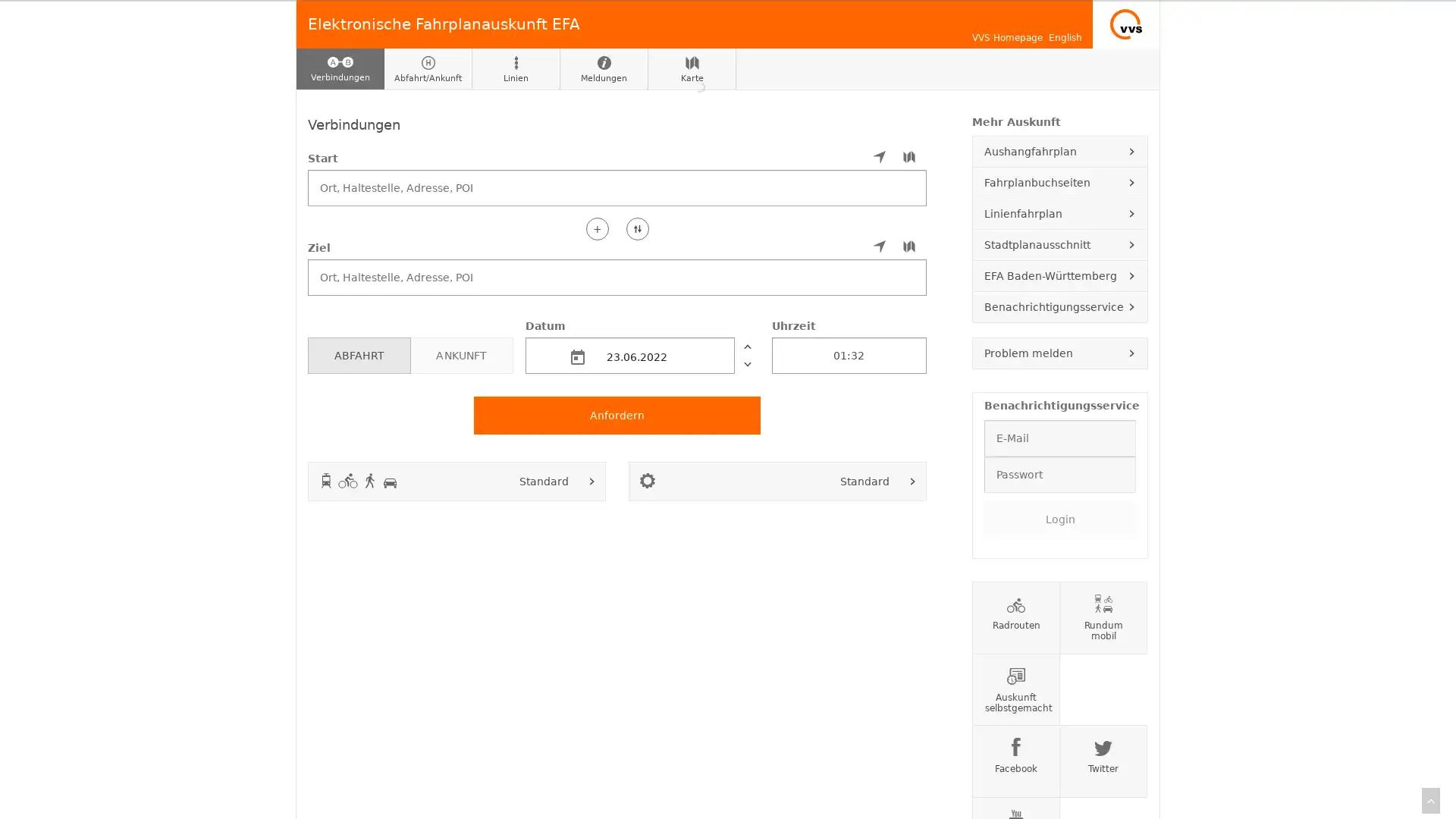 The image size is (1456, 819). What do you see at coordinates (912, 480) in the screenshot?
I see `Fahroptionen` at bounding box center [912, 480].